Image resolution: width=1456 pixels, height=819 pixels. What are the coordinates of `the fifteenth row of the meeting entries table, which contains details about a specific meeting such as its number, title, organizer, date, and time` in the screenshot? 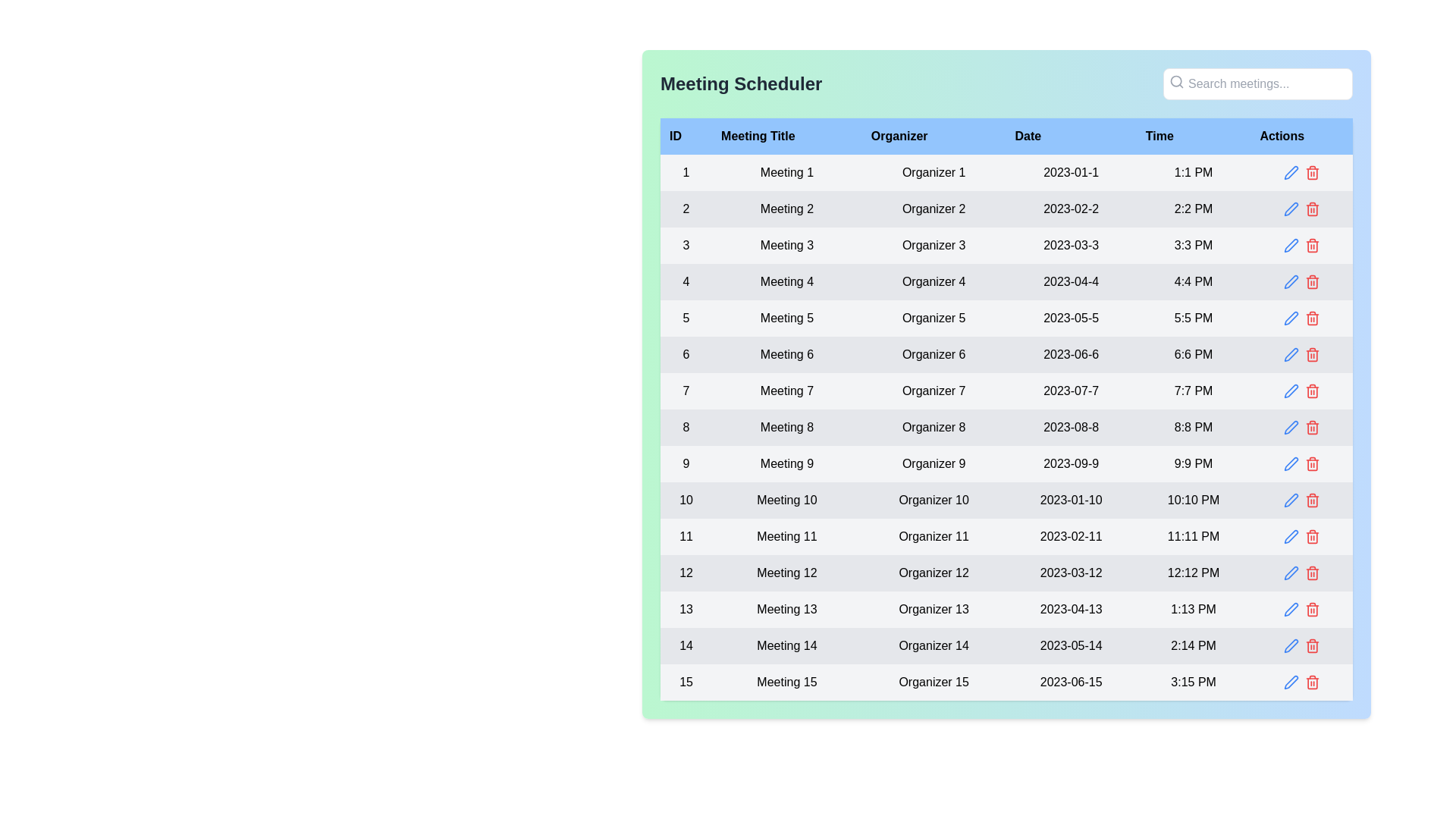 It's located at (1006, 681).